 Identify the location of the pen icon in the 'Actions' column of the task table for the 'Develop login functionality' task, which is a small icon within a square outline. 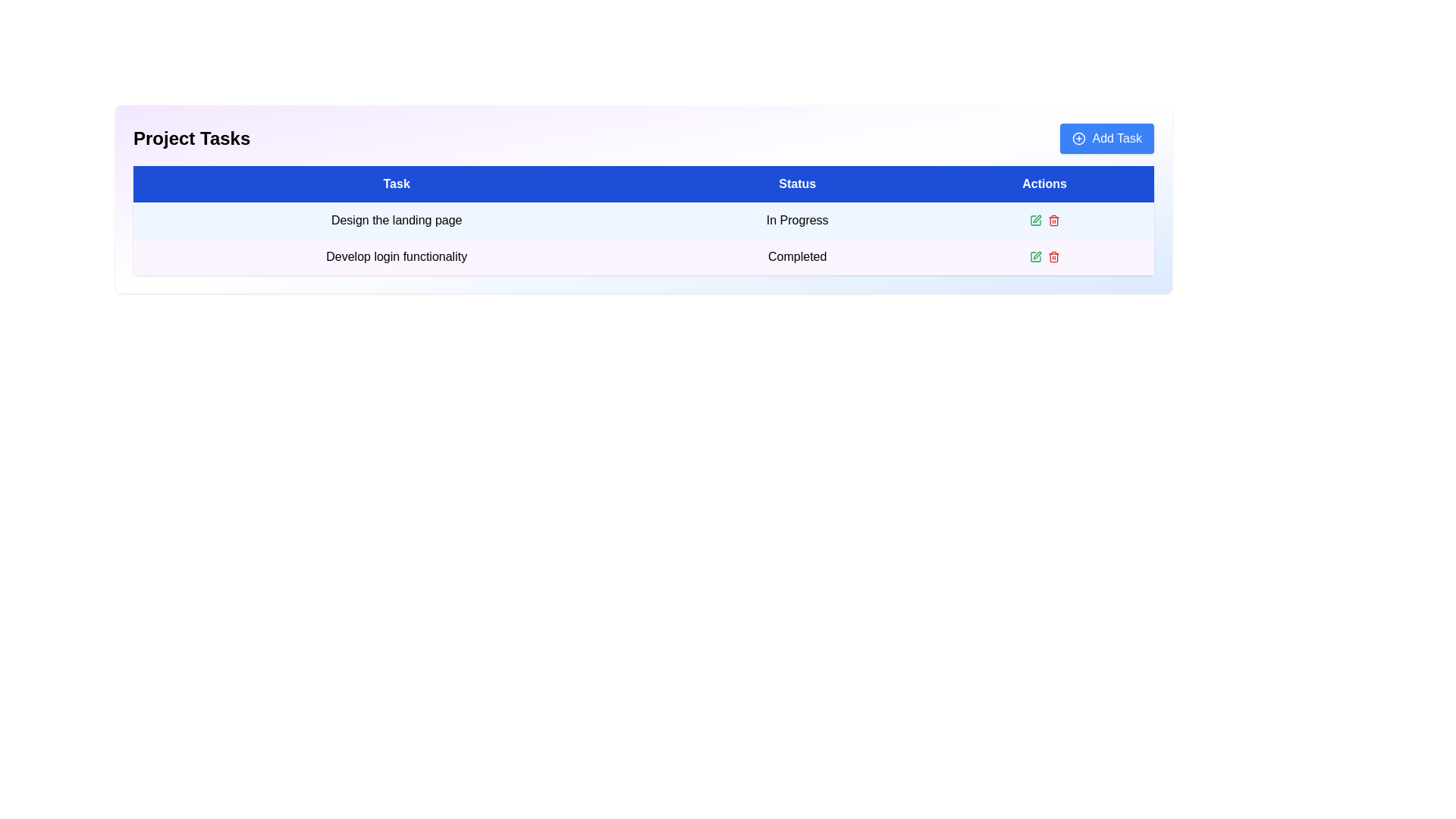
(1036, 219).